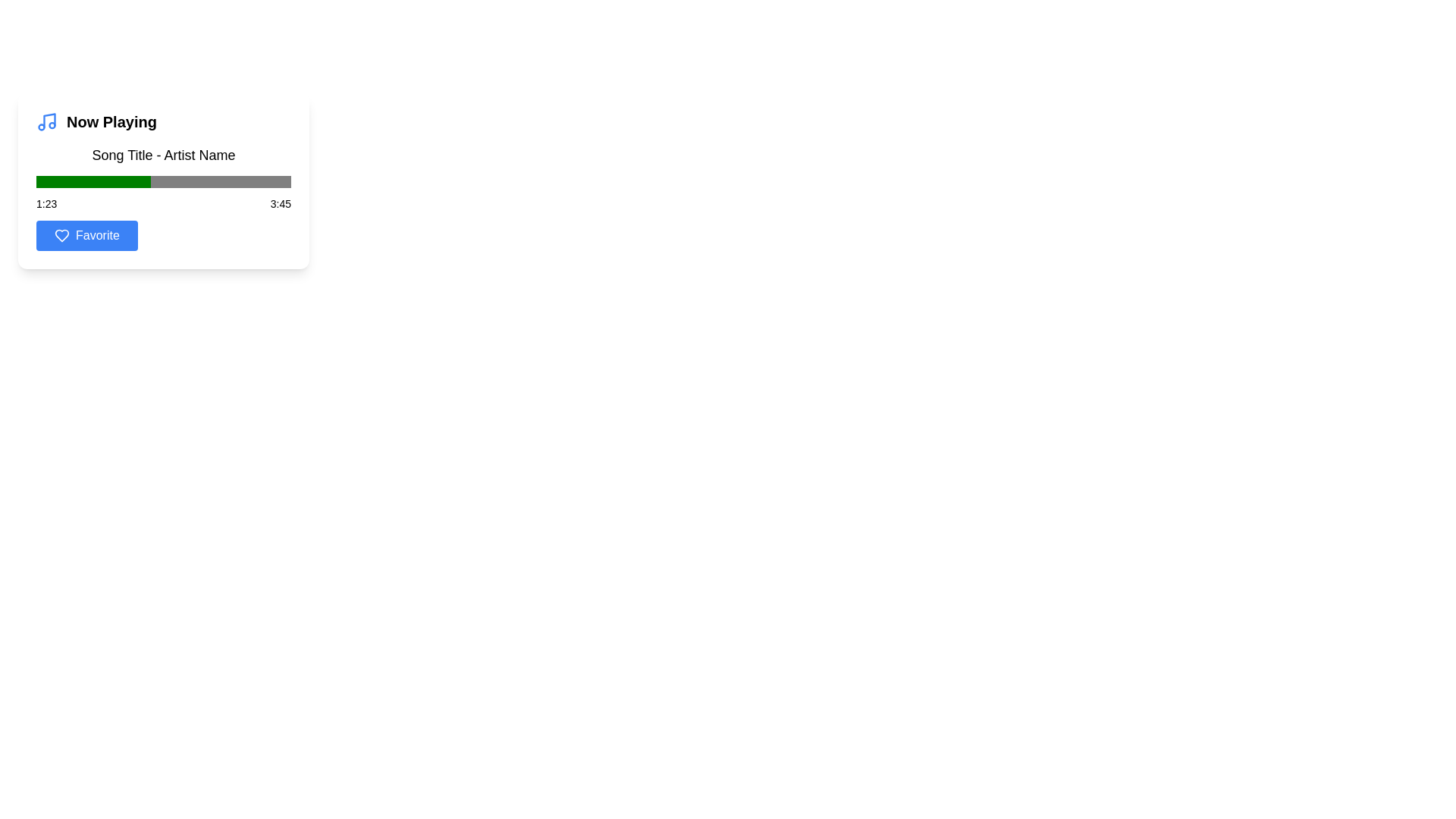  What do you see at coordinates (164, 192) in the screenshot?
I see `the progress bar located below the text 'Song Title - Artist Name' and above the 'Favorite' button to seek to a specific time` at bounding box center [164, 192].